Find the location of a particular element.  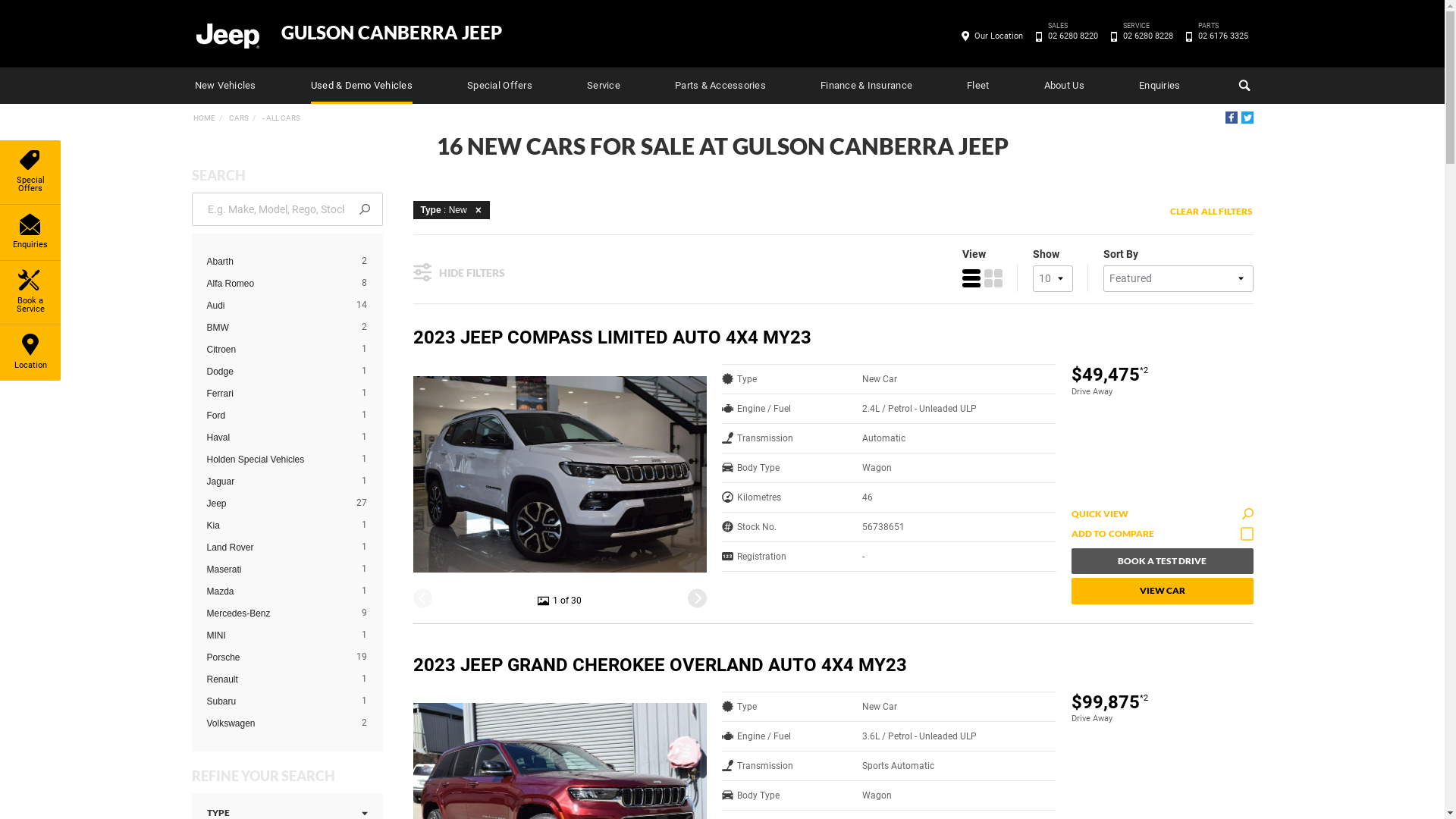

'About Us' is located at coordinates (1063, 85).